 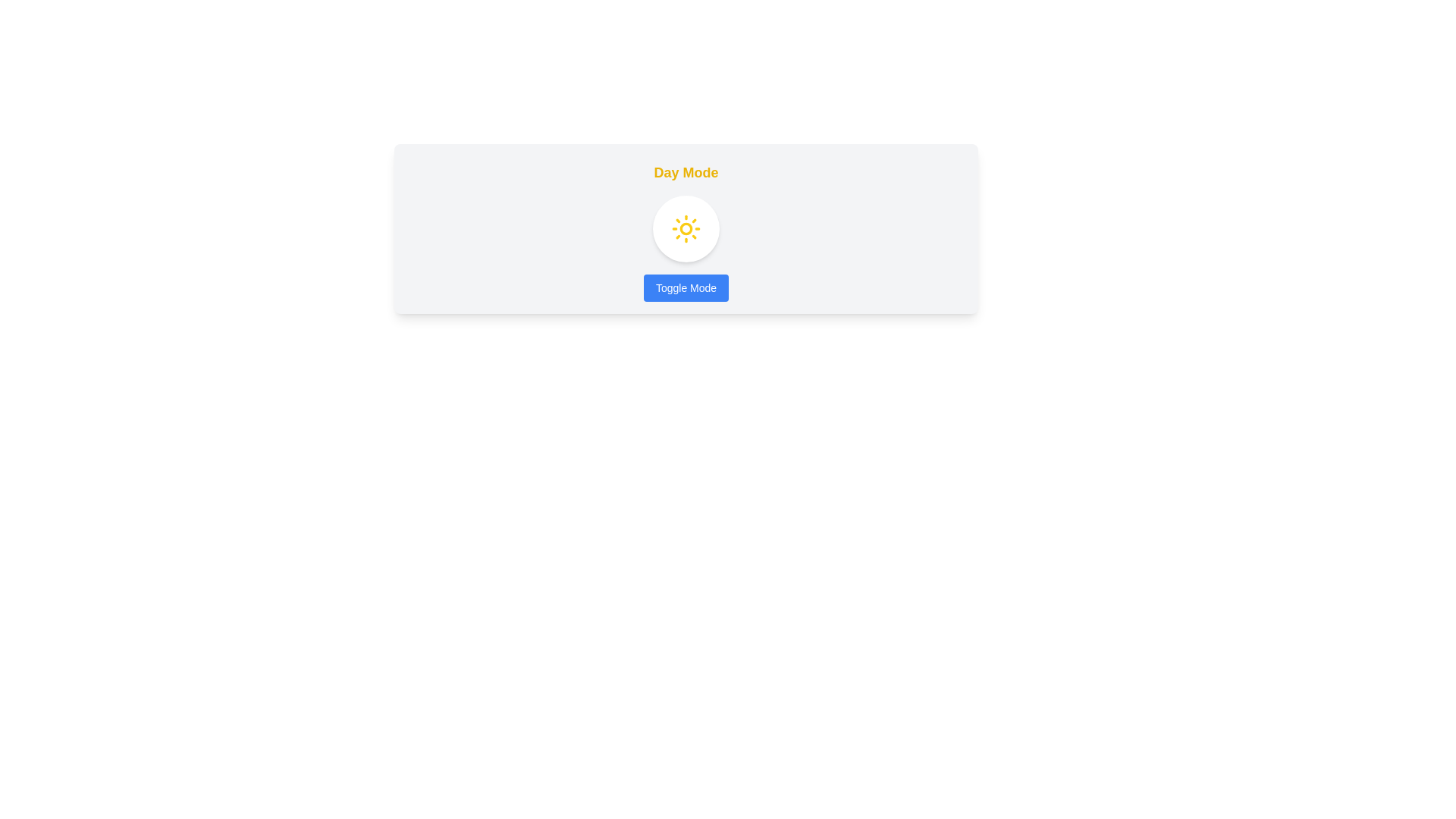 I want to click on the yellow sun icon with animated rays, centrally located within a circular white background, positioned below the 'Day Mode' text label and above the 'Toggle Mode' button, so click(x=686, y=228).